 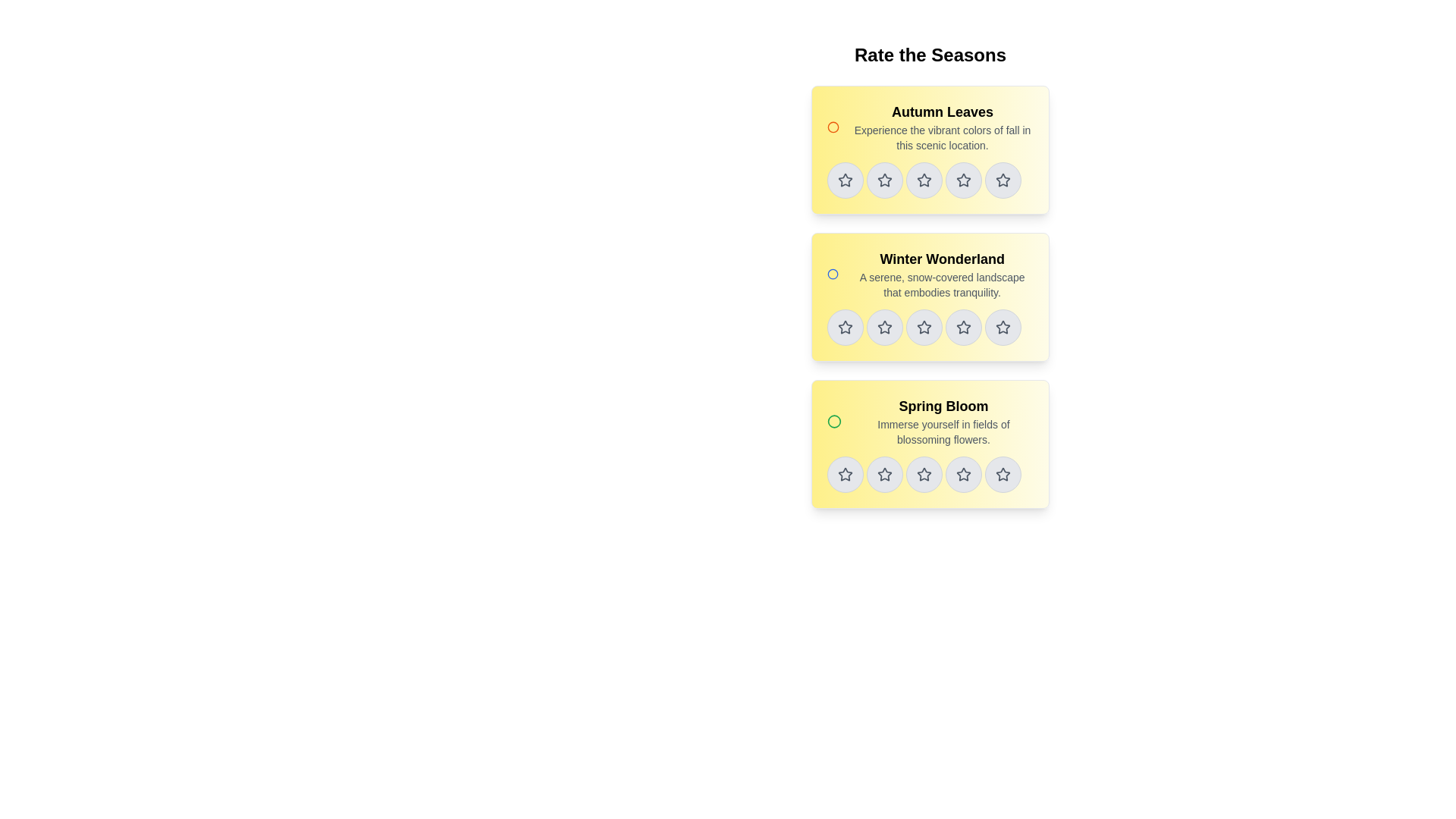 I want to click on descriptive text label located directly below the 'Winter Wonderland' title in the vertical list of sections, so click(x=941, y=284).